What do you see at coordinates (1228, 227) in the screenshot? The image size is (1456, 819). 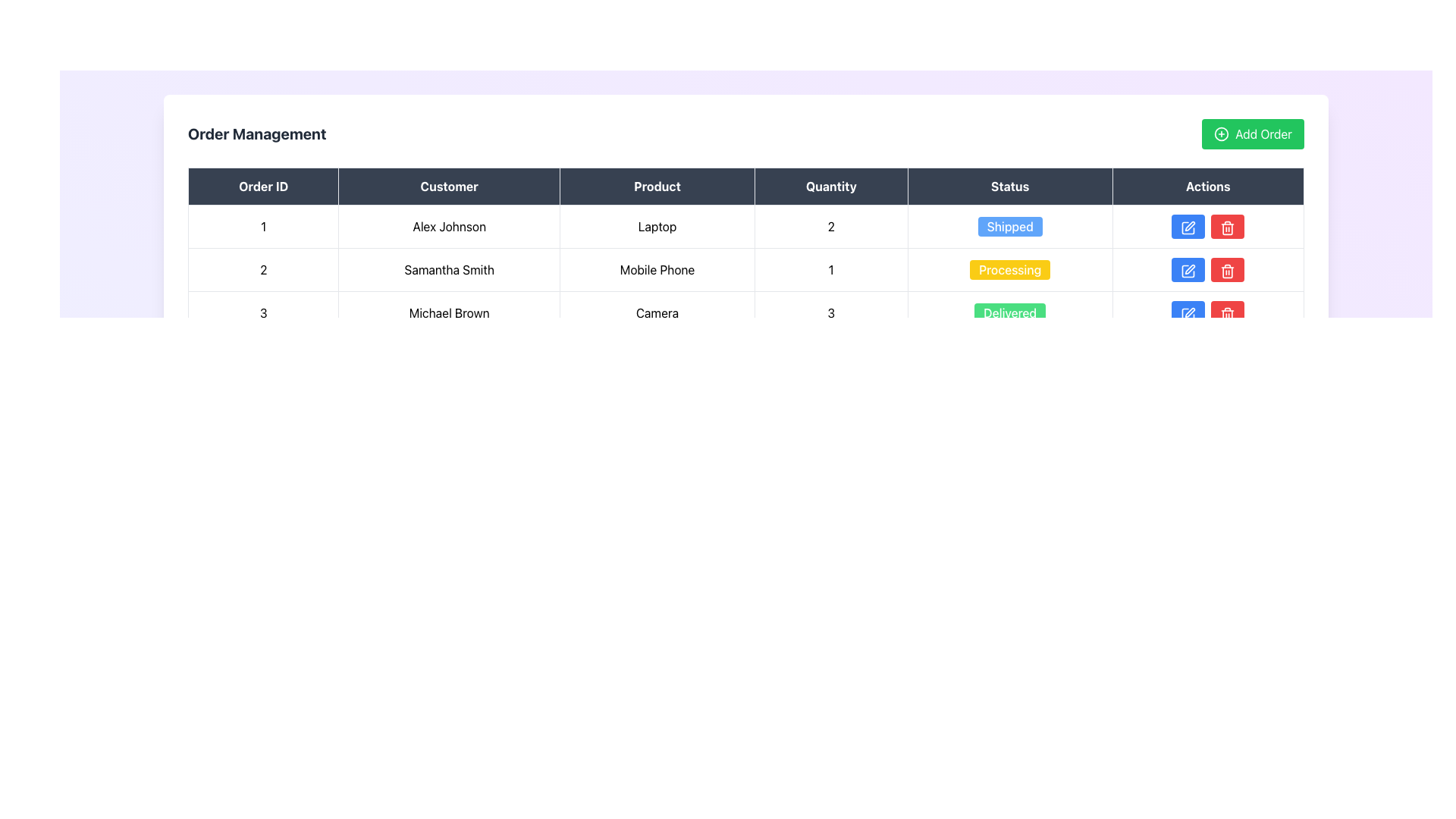 I see `the red rectangular button with a white trash can icon located in the 'Actions' column below the 'Mobile Phone' order` at bounding box center [1228, 227].